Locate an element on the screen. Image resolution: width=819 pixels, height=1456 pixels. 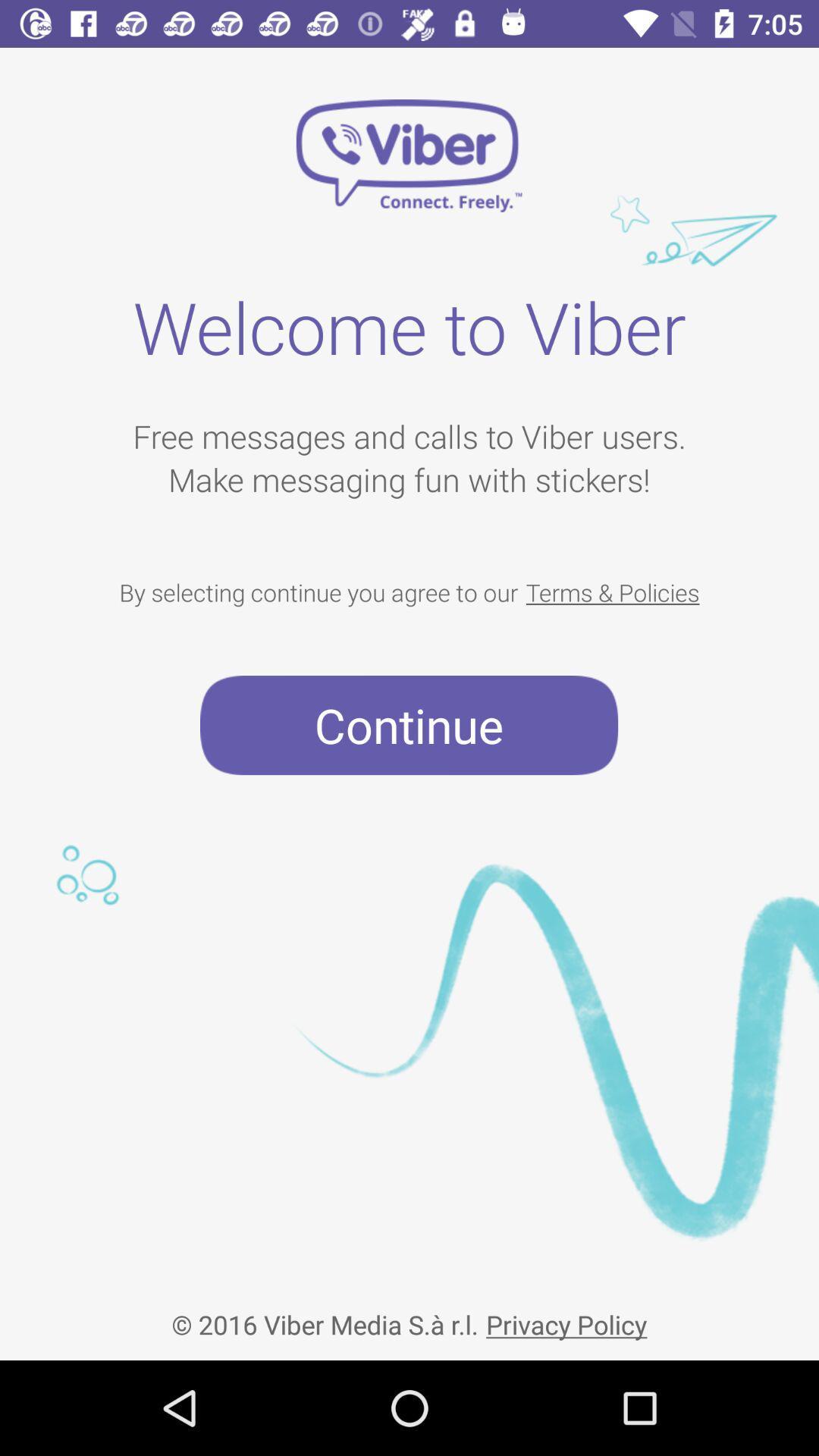
terms & policies item is located at coordinates (612, 591).